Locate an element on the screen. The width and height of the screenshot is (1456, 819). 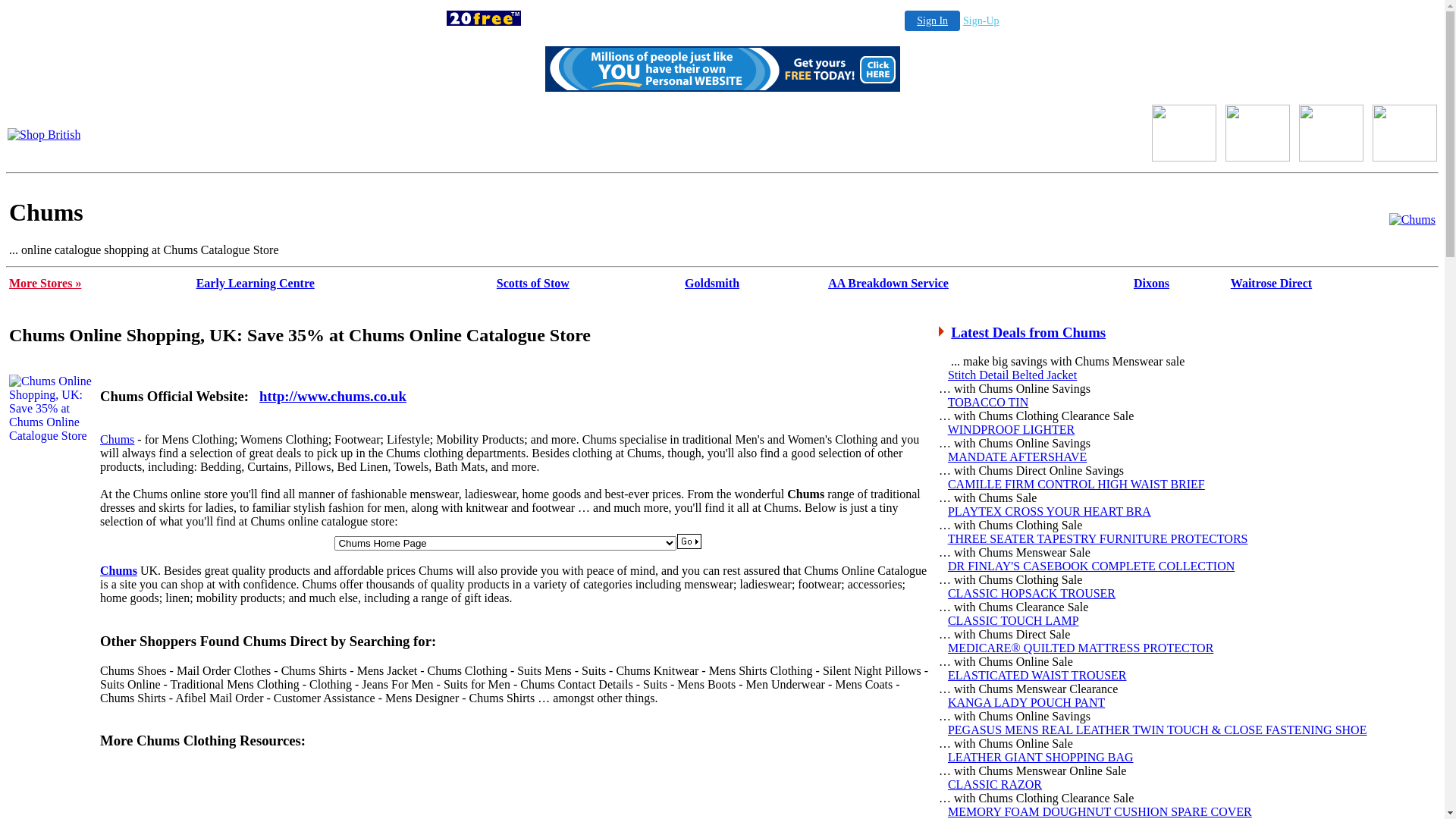
'Latest Deals from Chums' is located at coordinates (1028, 331).